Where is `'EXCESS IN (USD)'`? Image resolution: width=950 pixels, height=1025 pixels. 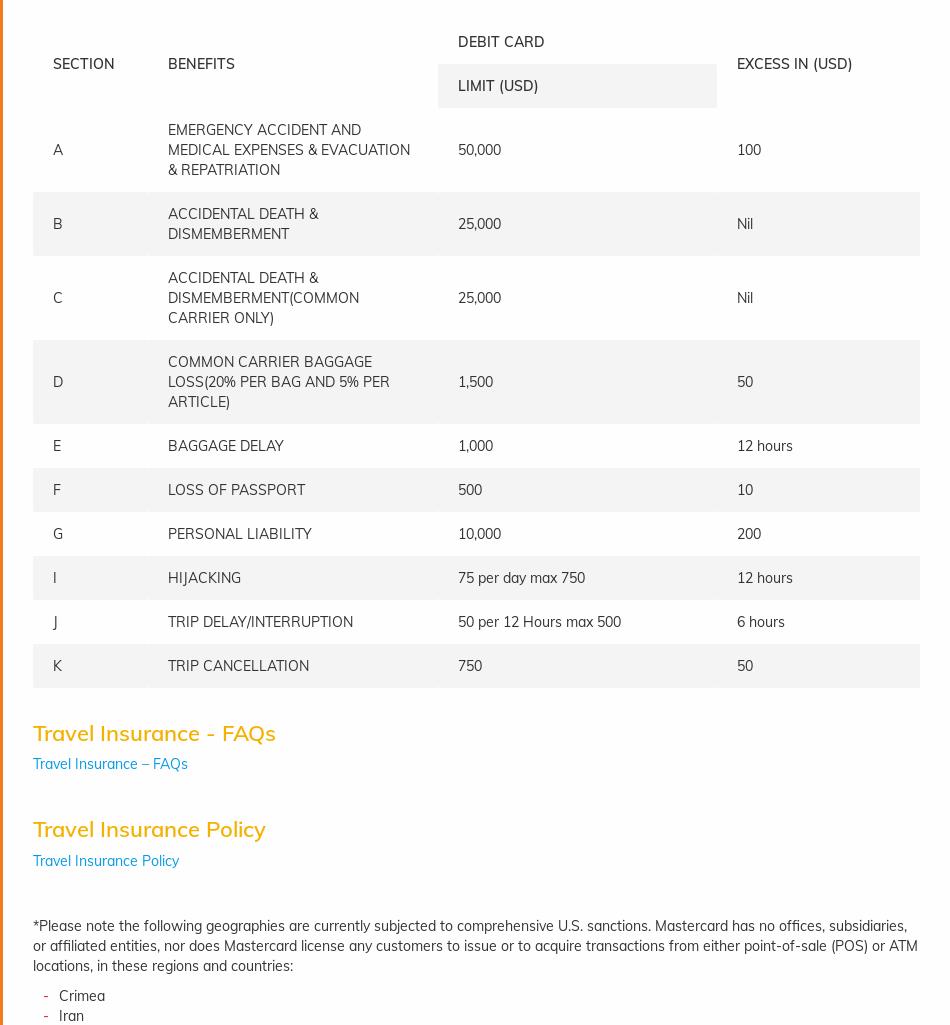 'EXCESS IN (USD)' is located at coordinates (793, 62).